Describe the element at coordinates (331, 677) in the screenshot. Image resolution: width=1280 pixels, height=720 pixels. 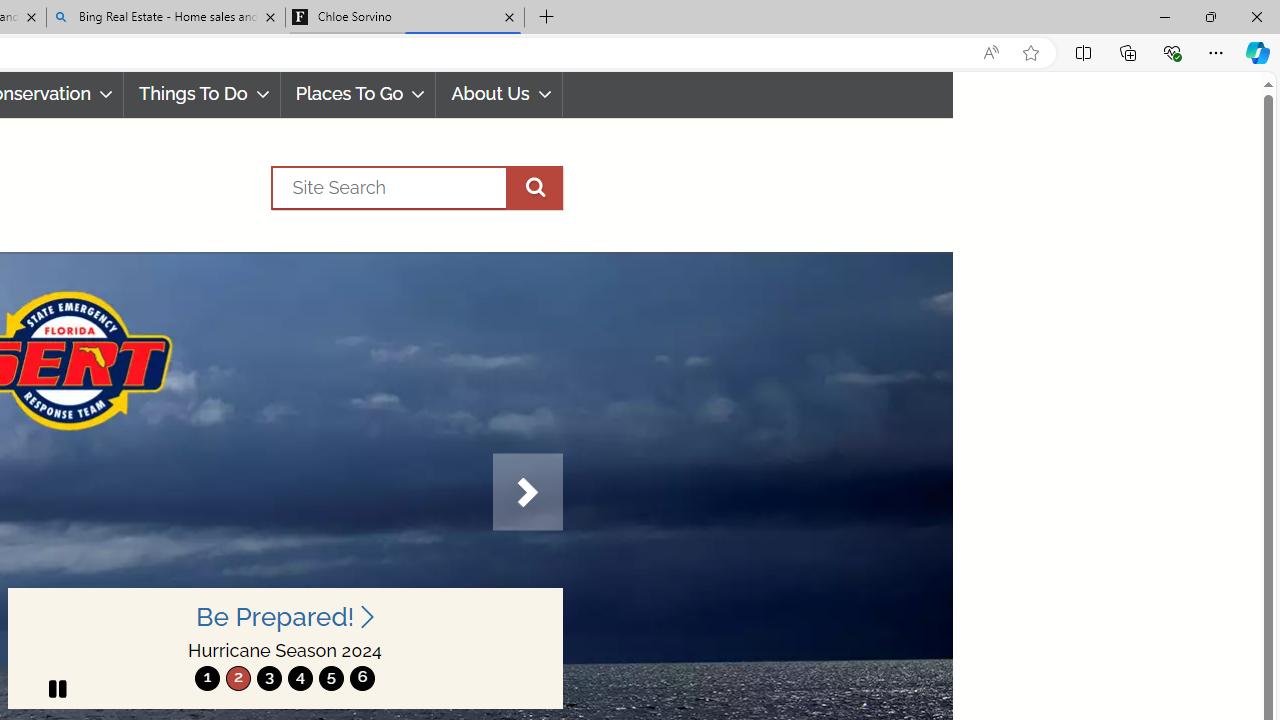
I see `'5'` at that location.